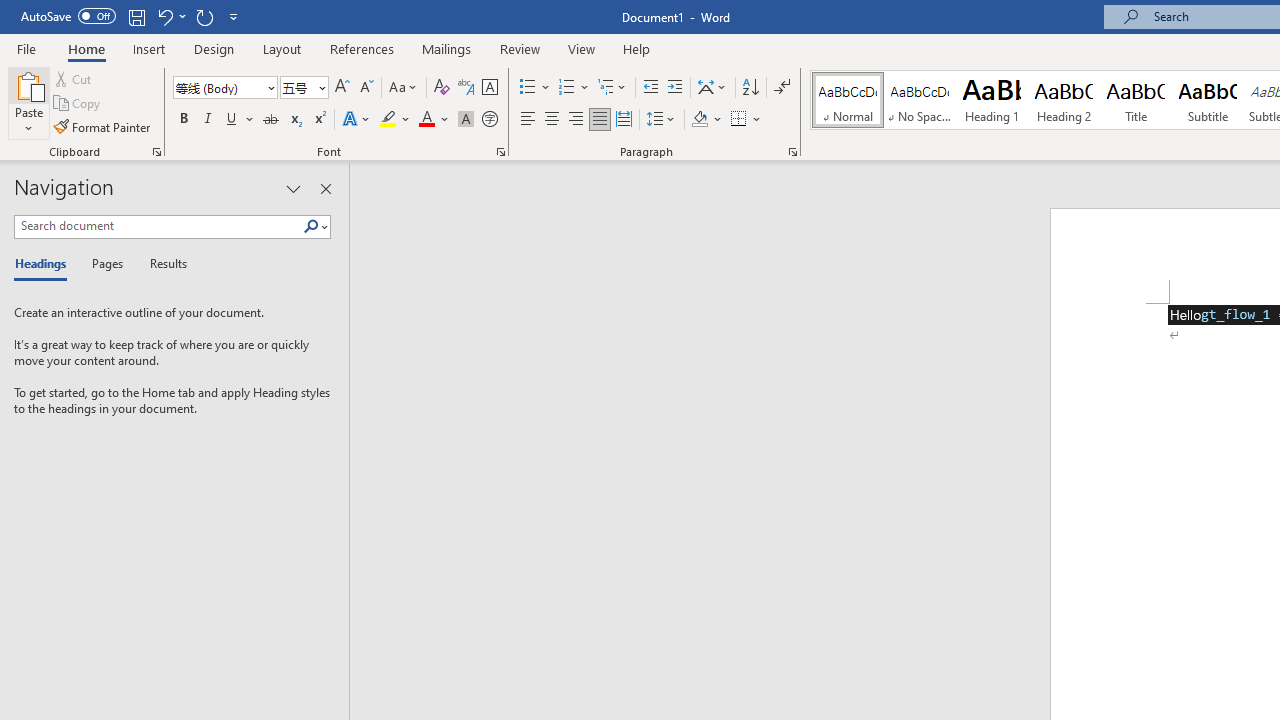  I want to click on 'Heading 2', so click(1062, 100).